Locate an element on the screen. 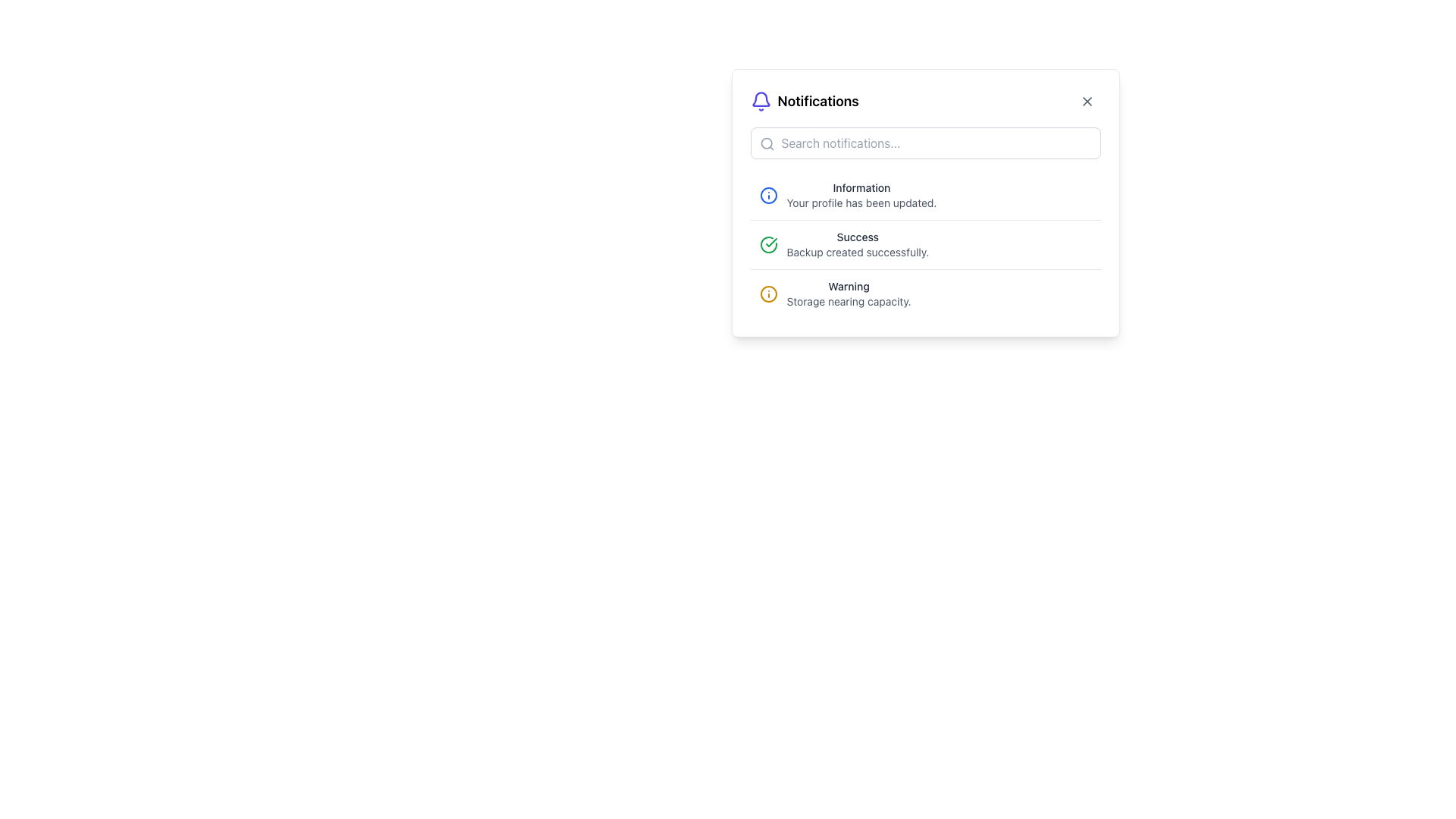 The height and width of the screenshot is (819, 1456). the circular warning icon with a yellow-orange border located to the left of the 'Warning' text in the third notification item of the list is located at coordinates (768, 294).